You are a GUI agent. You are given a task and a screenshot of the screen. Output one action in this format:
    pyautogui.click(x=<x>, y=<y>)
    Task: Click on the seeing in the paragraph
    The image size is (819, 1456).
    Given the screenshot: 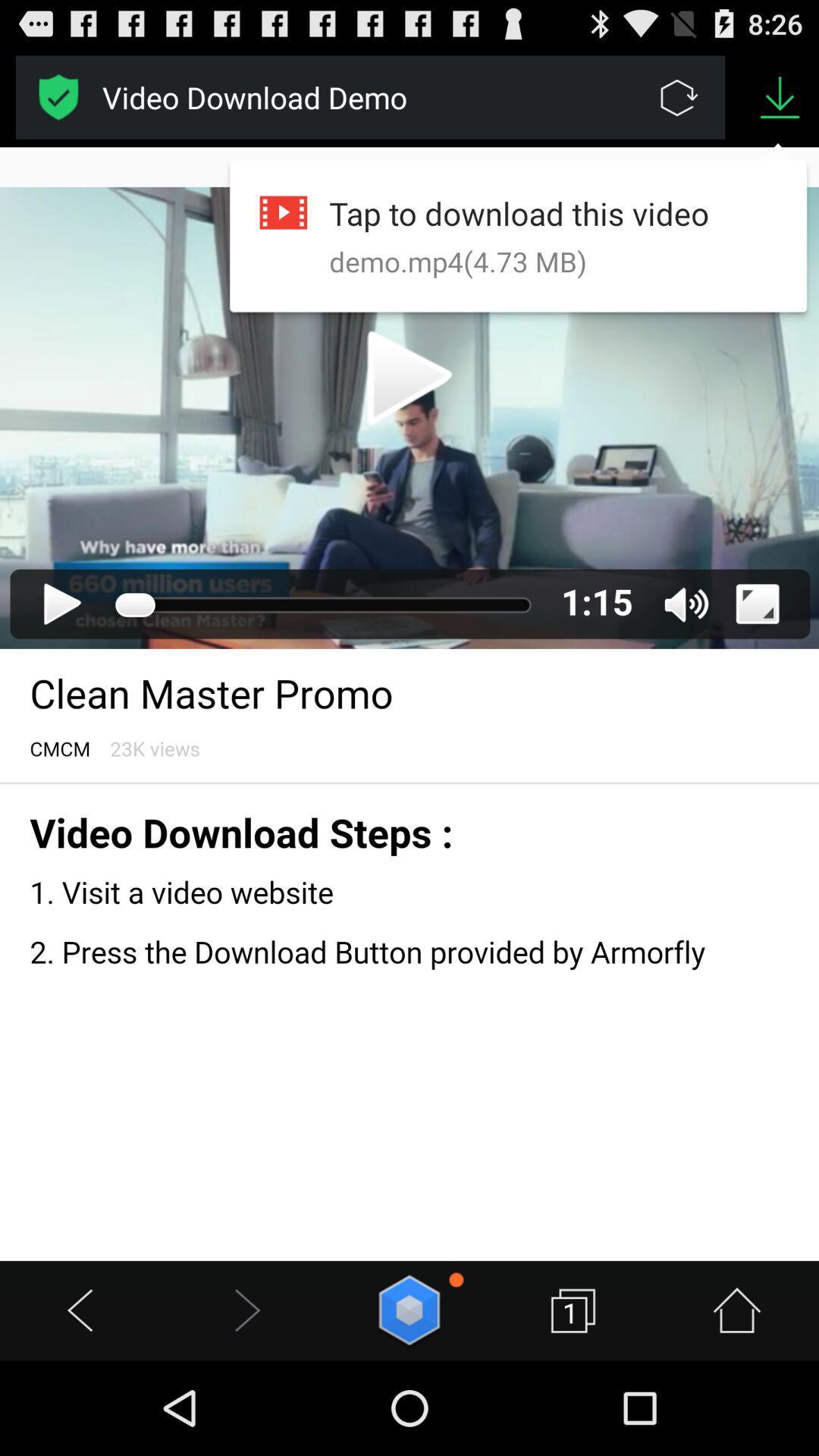 What is the action you would take?
    pyautogui.click(x=409, y=703)
    